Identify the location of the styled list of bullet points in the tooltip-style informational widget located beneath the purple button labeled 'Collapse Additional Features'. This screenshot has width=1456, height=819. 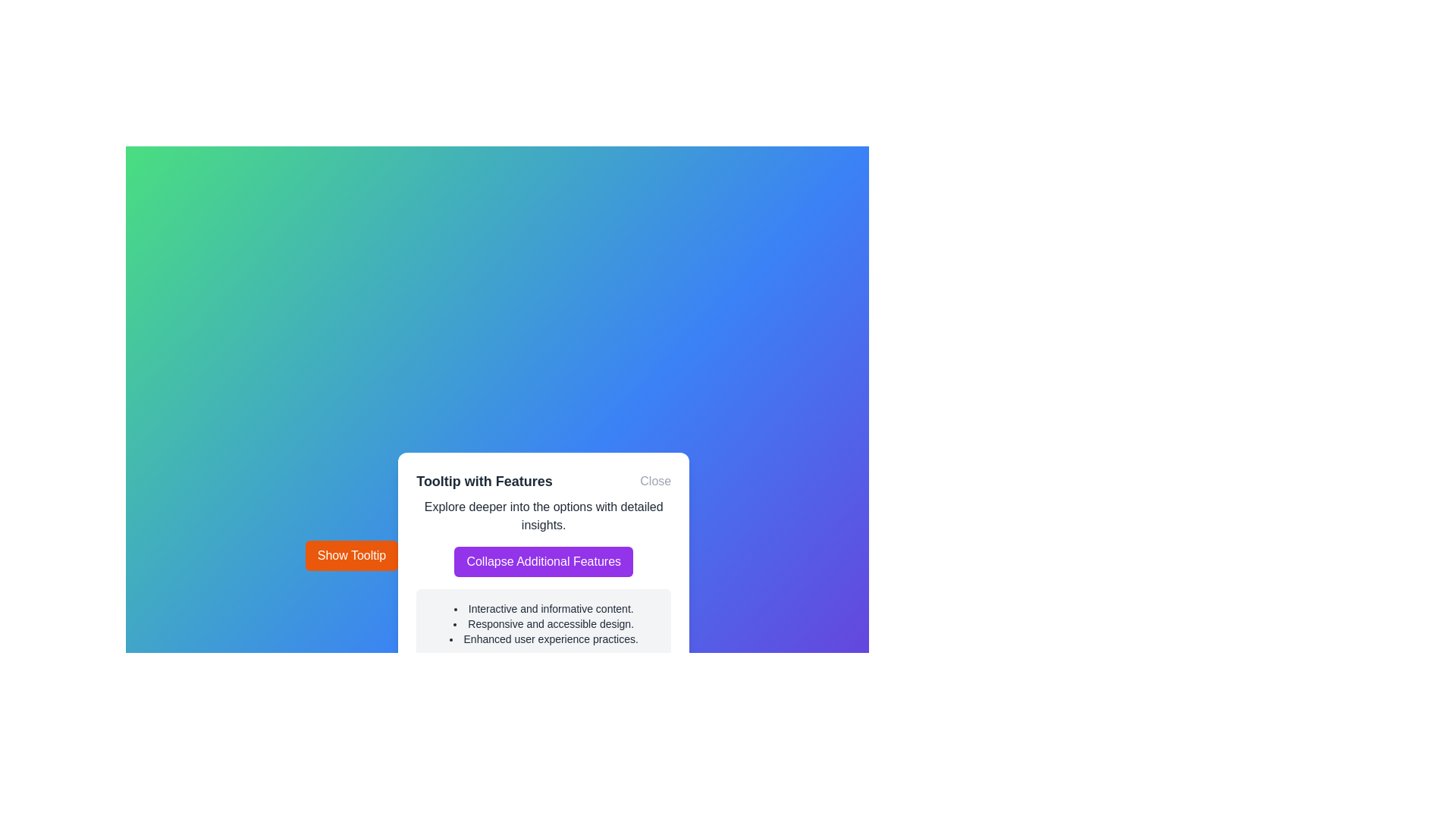
(544, 623).